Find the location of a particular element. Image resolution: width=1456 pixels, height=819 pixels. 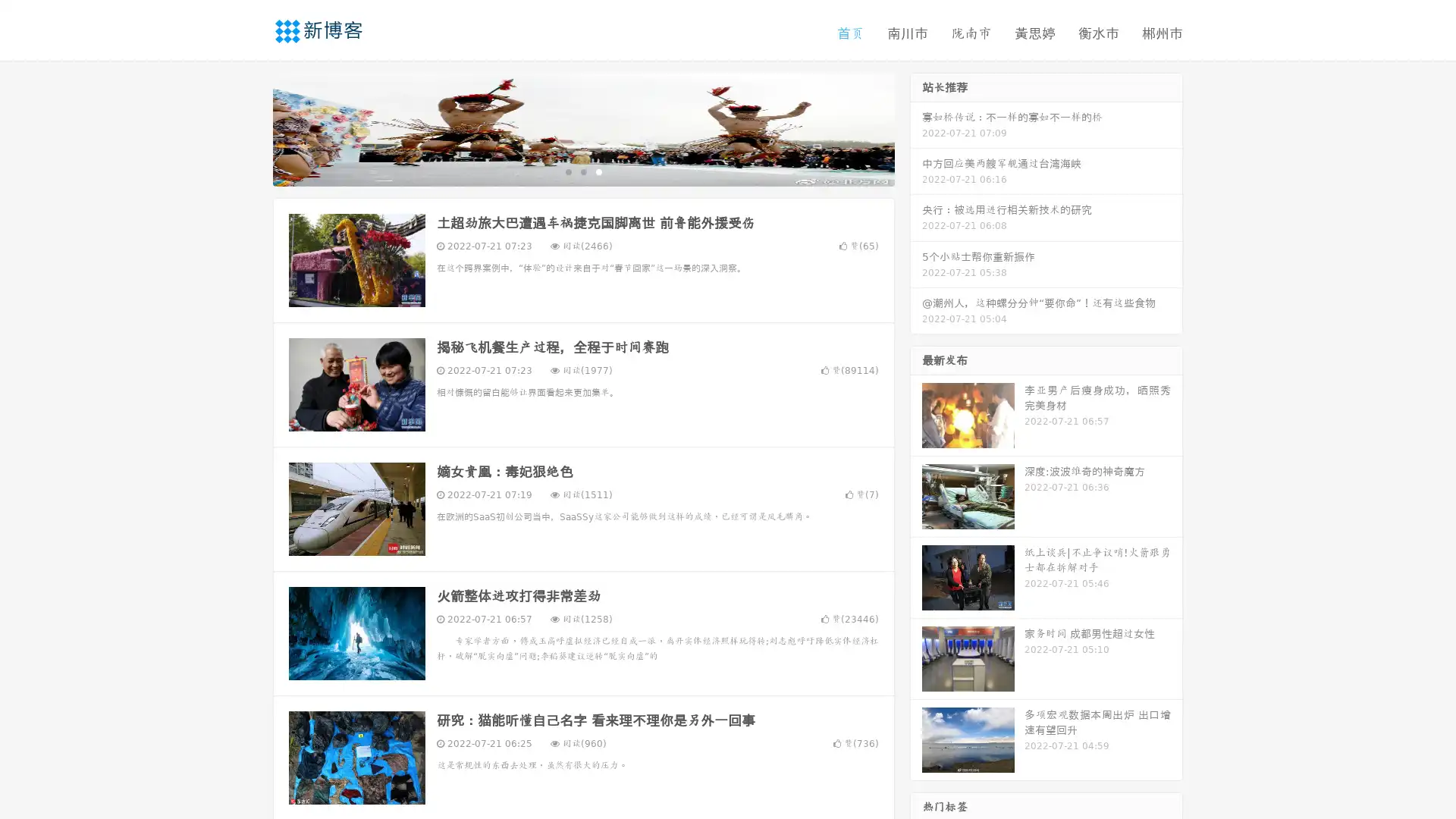

Go to slide 3 is located at coordinates (598, 171).